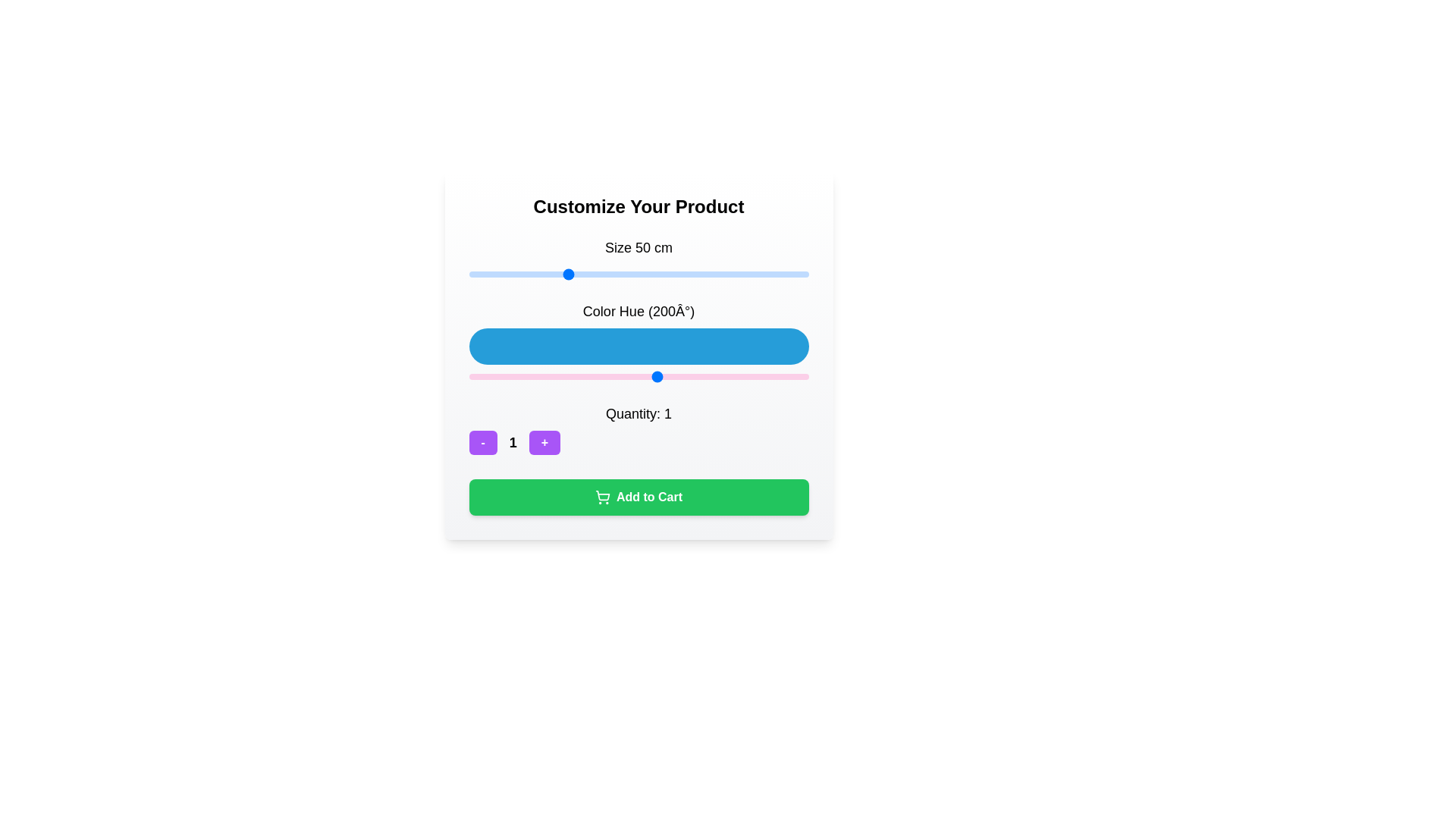 This screenshot has height=819, width=1456. I want to click on the size, so click(711, 275).